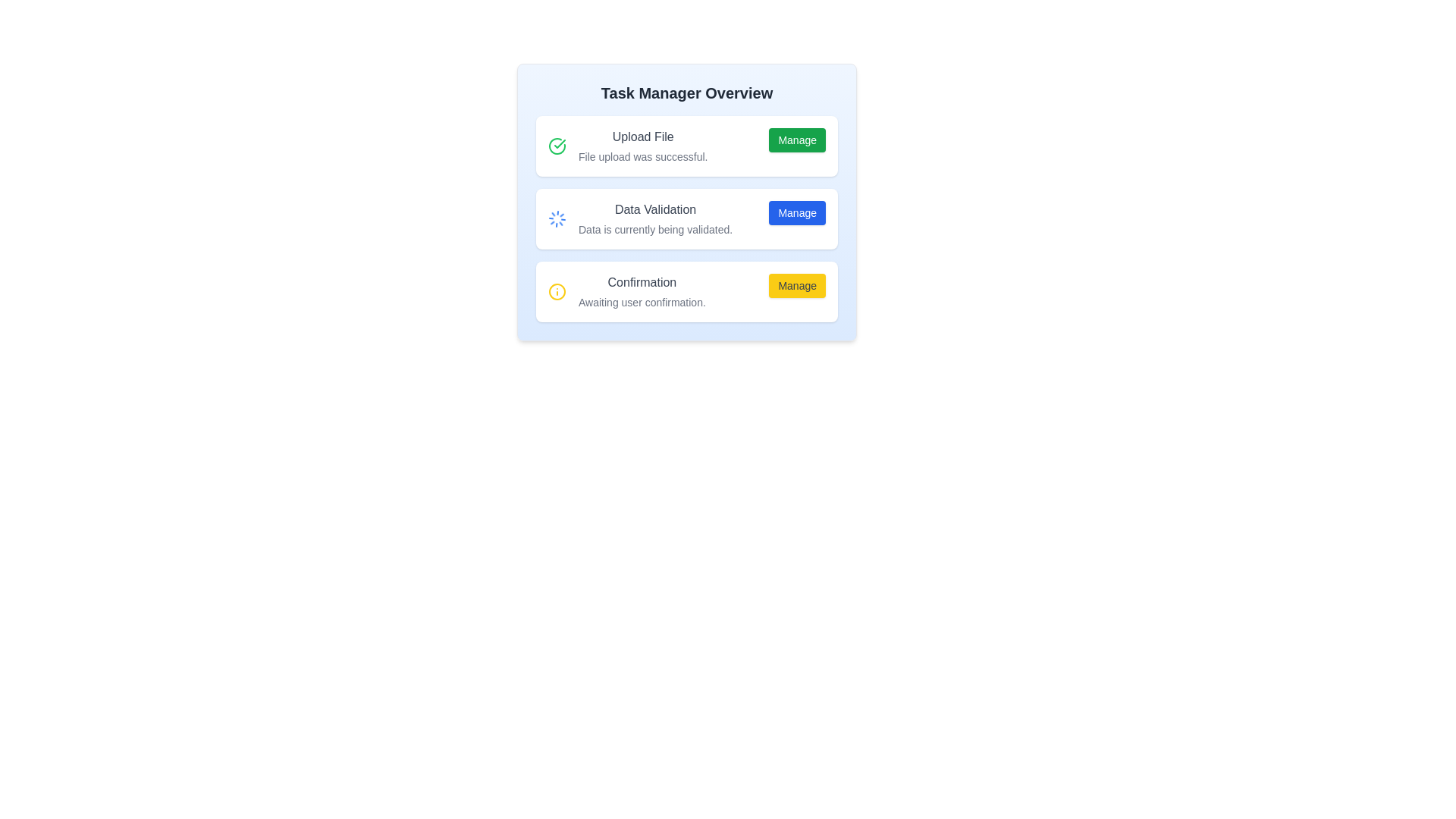  What do you see at coordinates (643, 137) in the screenshot?
I see `the label element that describes the current status of the file upload task, located in the upper-middle part of the 'Task Manager Overview' interface` at bounding box center [643, 137].